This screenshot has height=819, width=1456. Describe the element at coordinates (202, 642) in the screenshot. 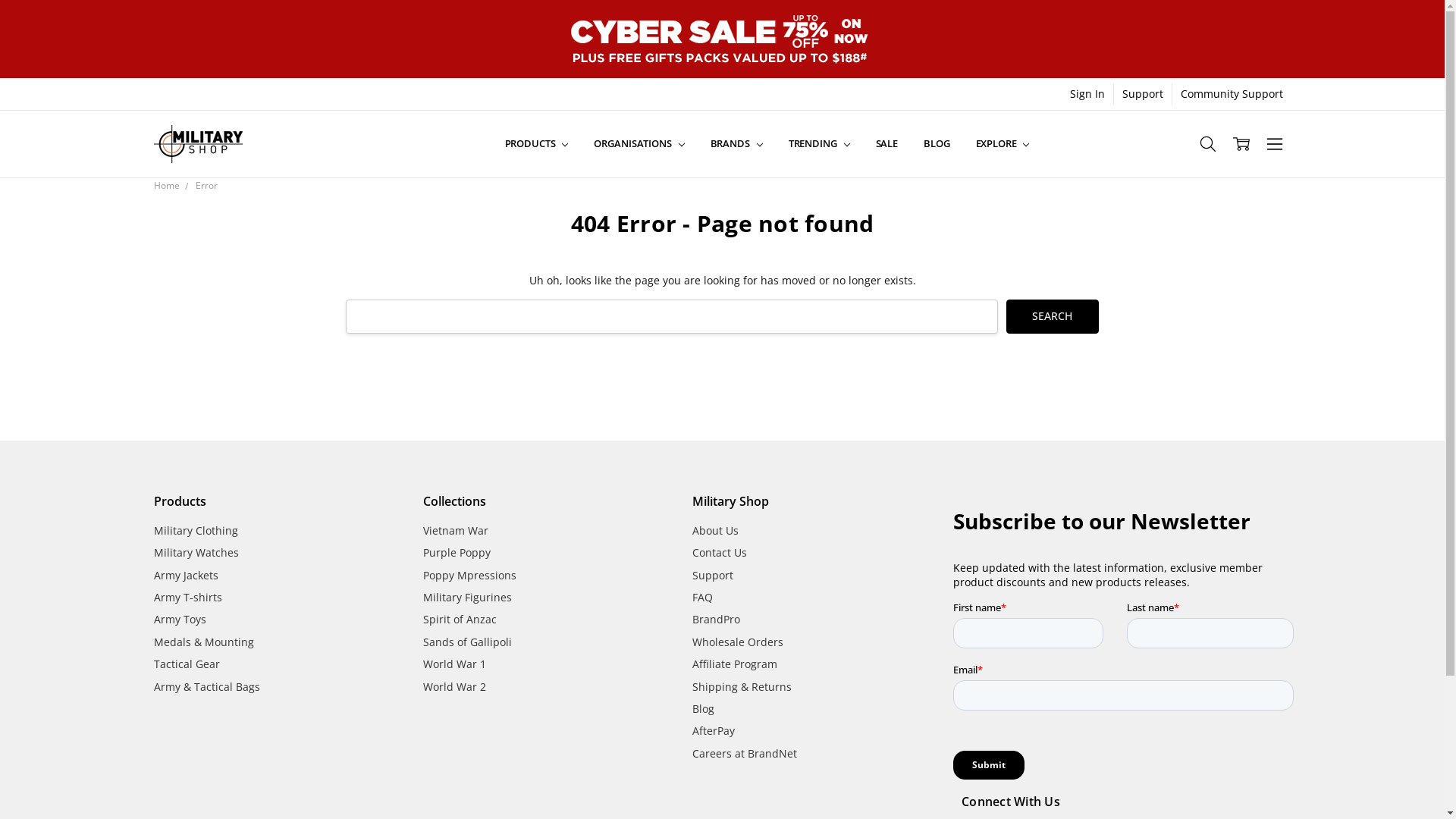

I see `'Medals & Mounting'` at that location.